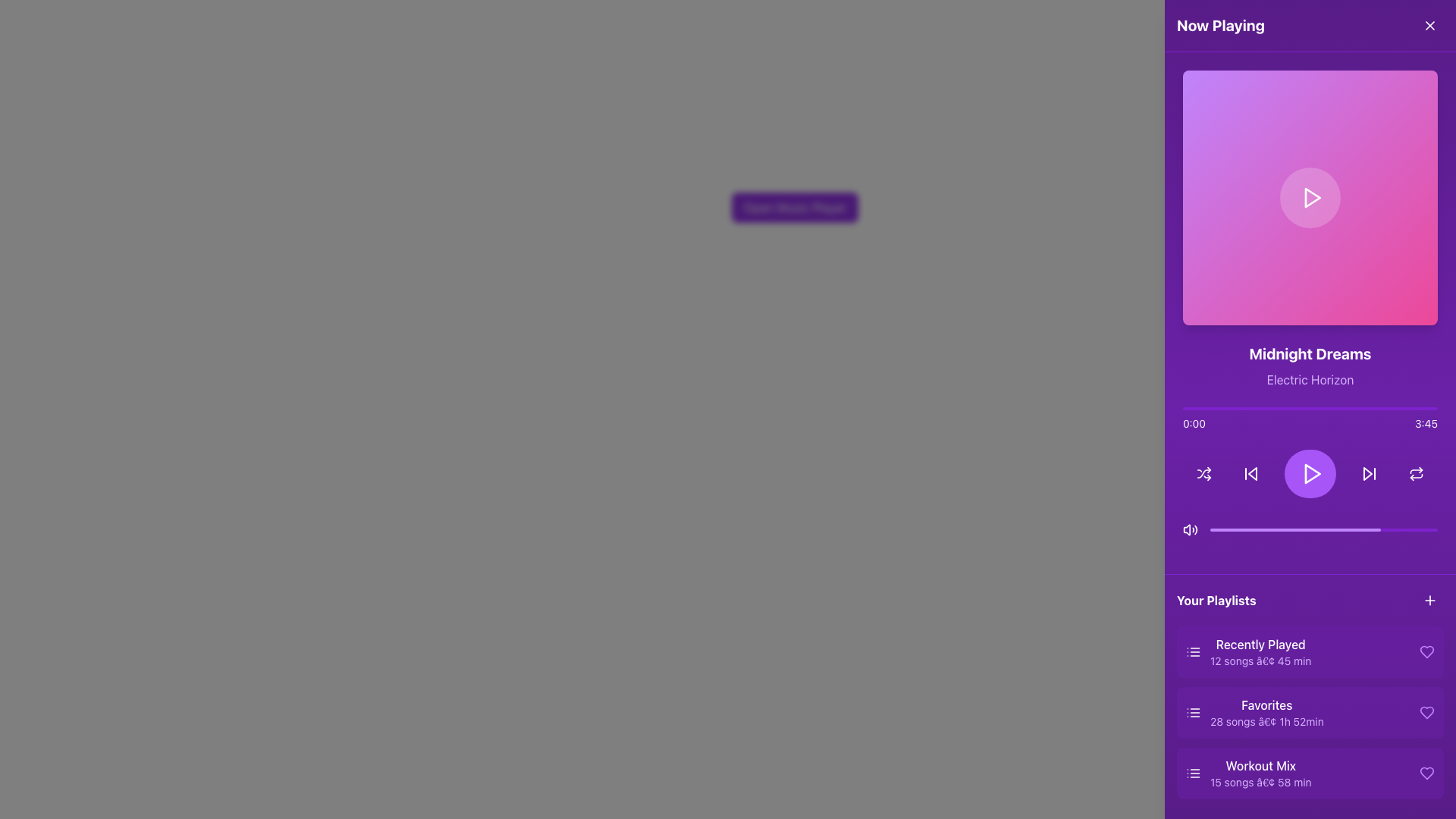 Image resolution: width=1456 pixels, height=819 pixels. I want to click on the volume, so click(1211, 529).